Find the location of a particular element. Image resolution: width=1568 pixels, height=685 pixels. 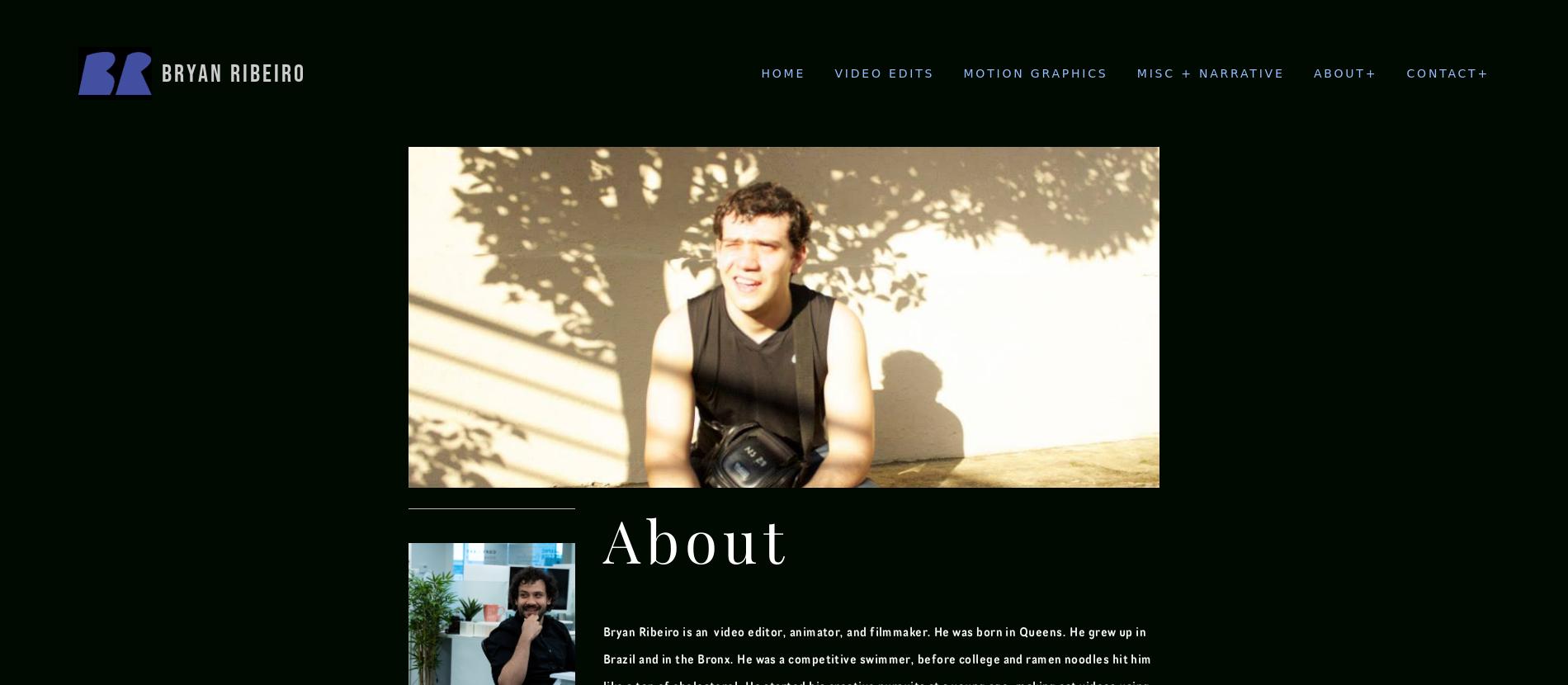

'Contact+' is located at coordinates (1405, 72).